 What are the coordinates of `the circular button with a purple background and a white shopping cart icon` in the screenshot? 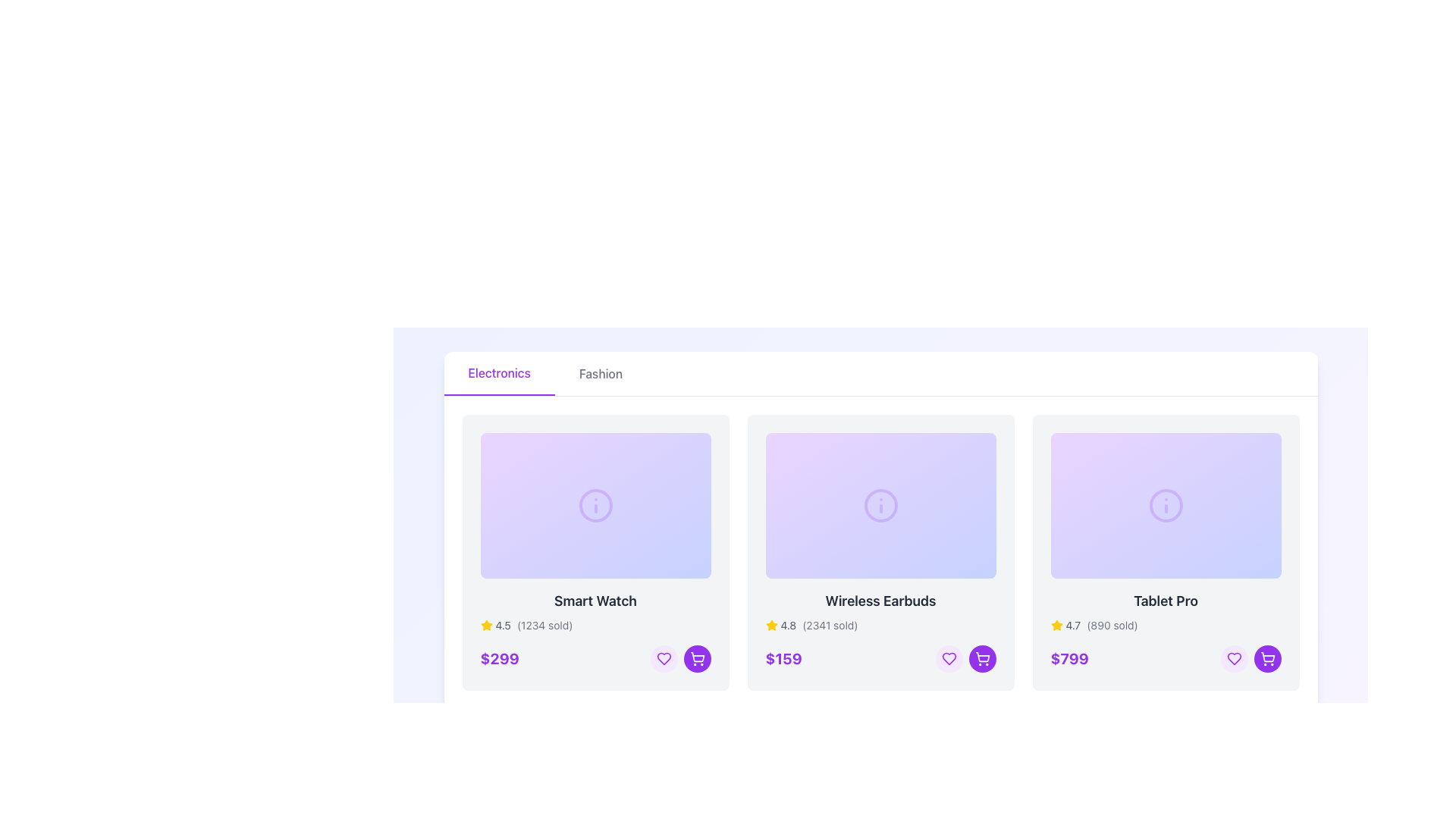 It's located at (982, 657).